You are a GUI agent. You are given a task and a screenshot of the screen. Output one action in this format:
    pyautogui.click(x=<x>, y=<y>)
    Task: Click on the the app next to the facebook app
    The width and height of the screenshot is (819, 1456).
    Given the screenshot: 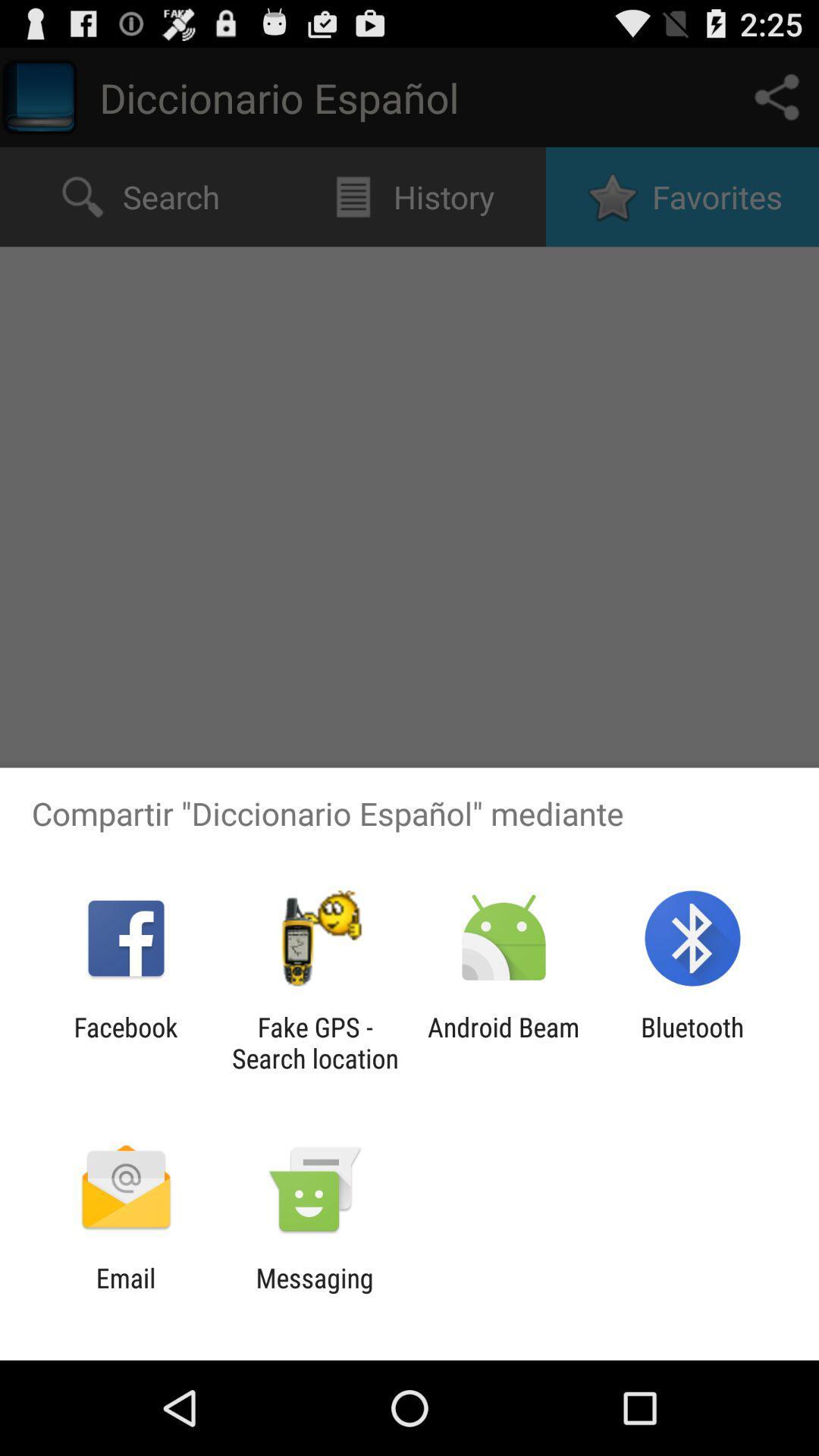 What is the action you would take?
    pyautogui.click(x=314, y=1042)
    